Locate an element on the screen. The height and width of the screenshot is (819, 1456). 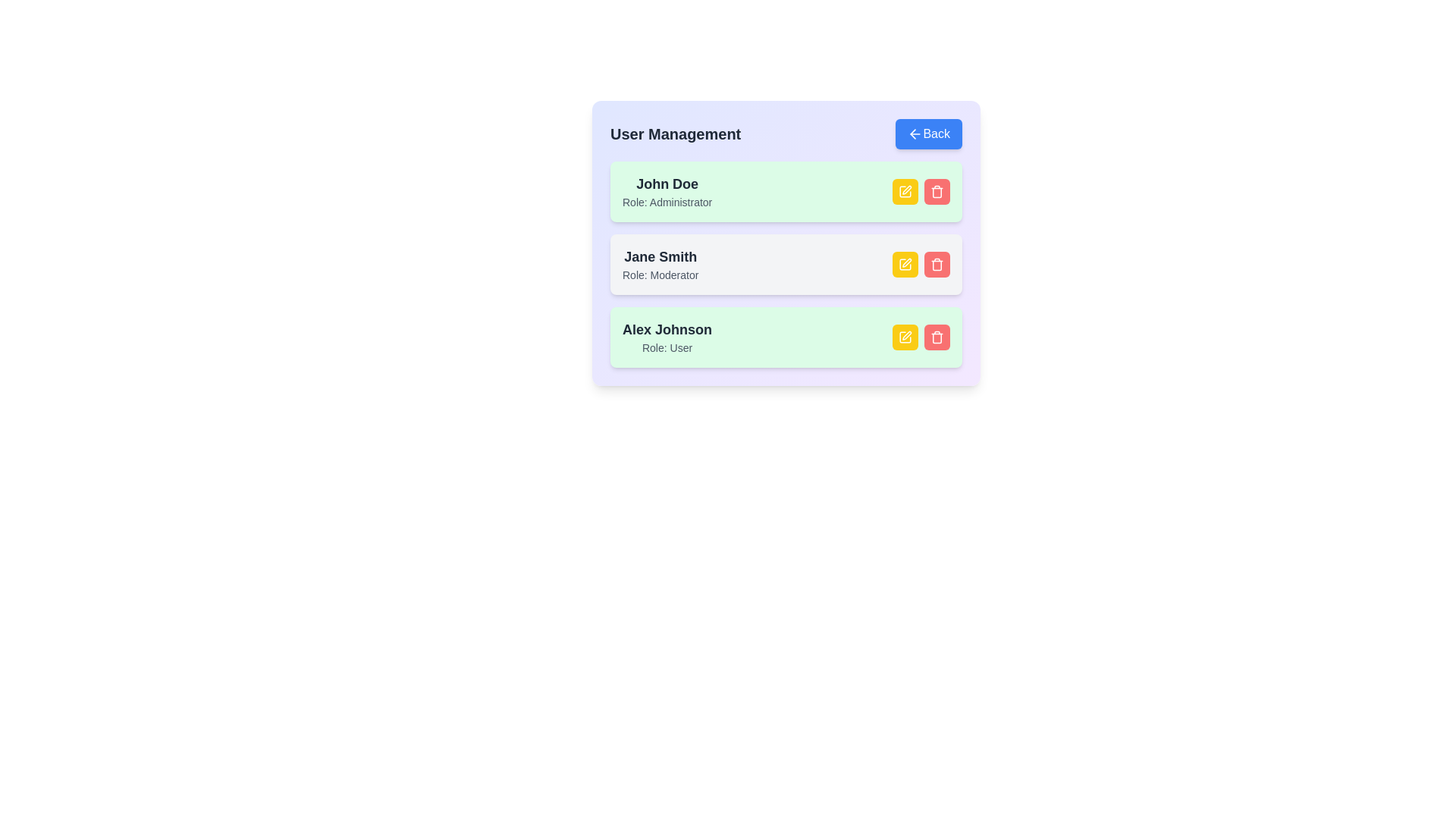
edit button for the user identified by Jane Smith is located at coordinates (905, 263).